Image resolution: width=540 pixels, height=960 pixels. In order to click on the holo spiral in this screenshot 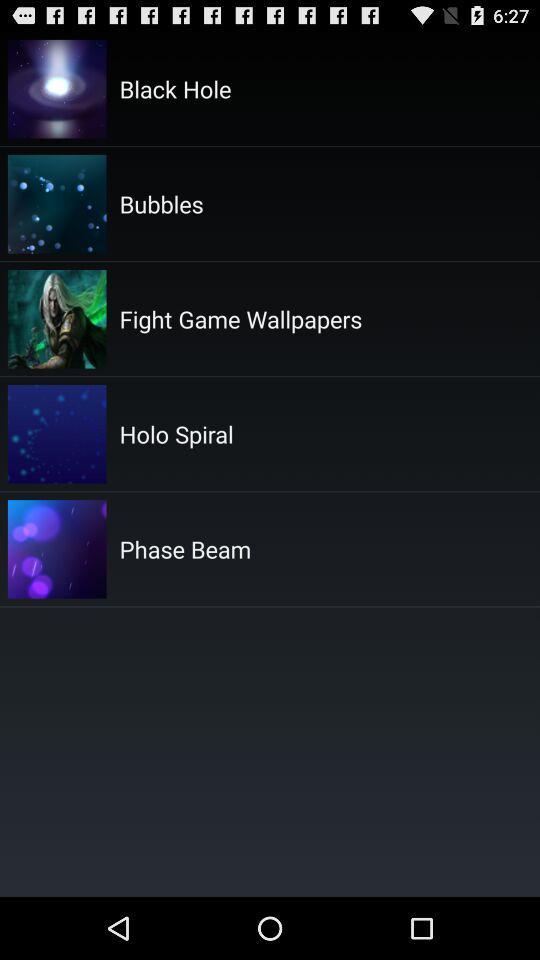, I will do `click(176, 434)`.